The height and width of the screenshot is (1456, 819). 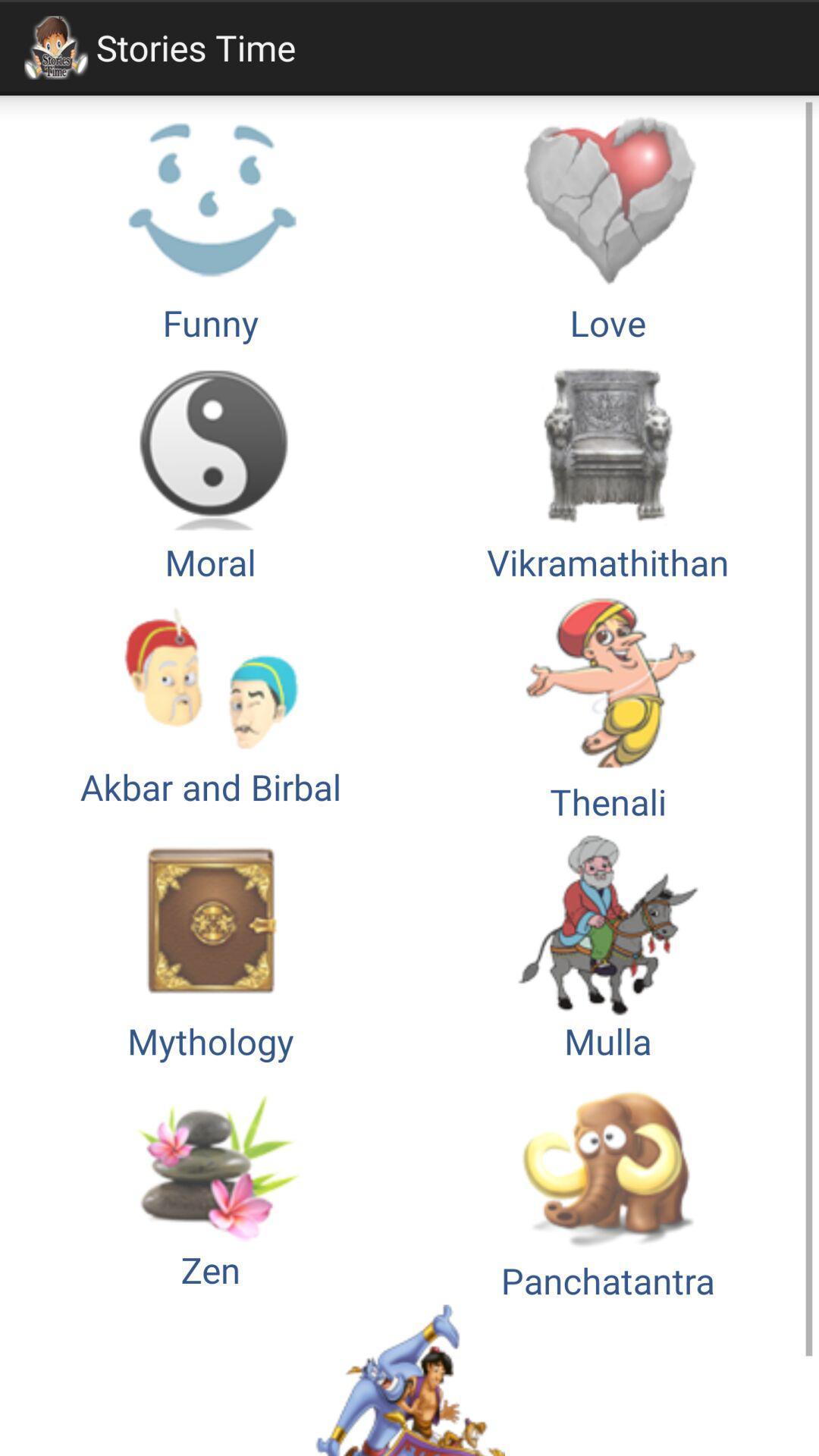 I want to click on the vikramathithan image which is in second row second column, so click(x=607, y=466).